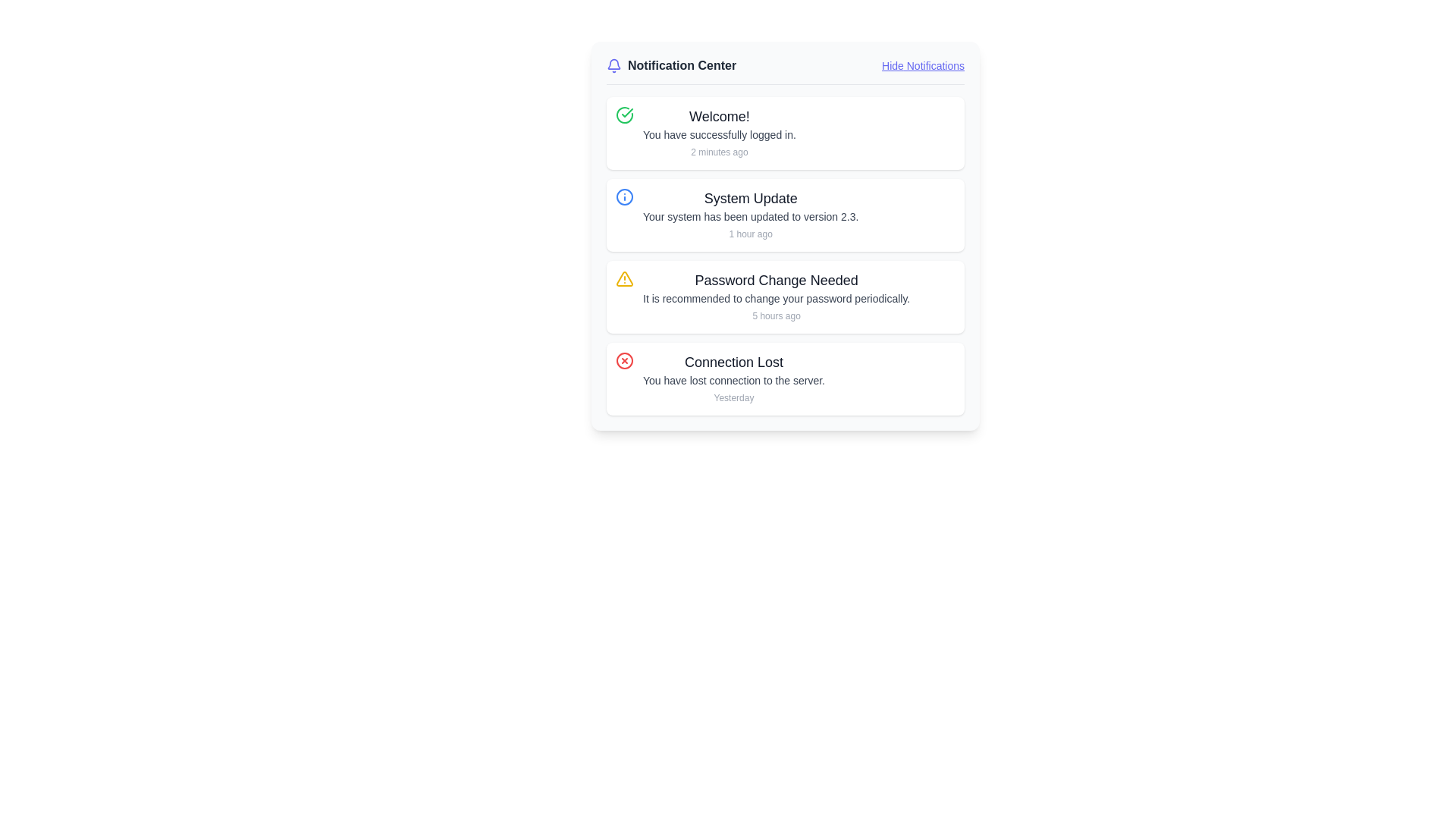 This screenshot has width=1456, height=819. What do you see at coordinates (777, 297) in the screenshot?
I see `the notification panel that displays 'Password Change Needed' with a warning icon, located in the notification center` at bounding box center [777, 297].